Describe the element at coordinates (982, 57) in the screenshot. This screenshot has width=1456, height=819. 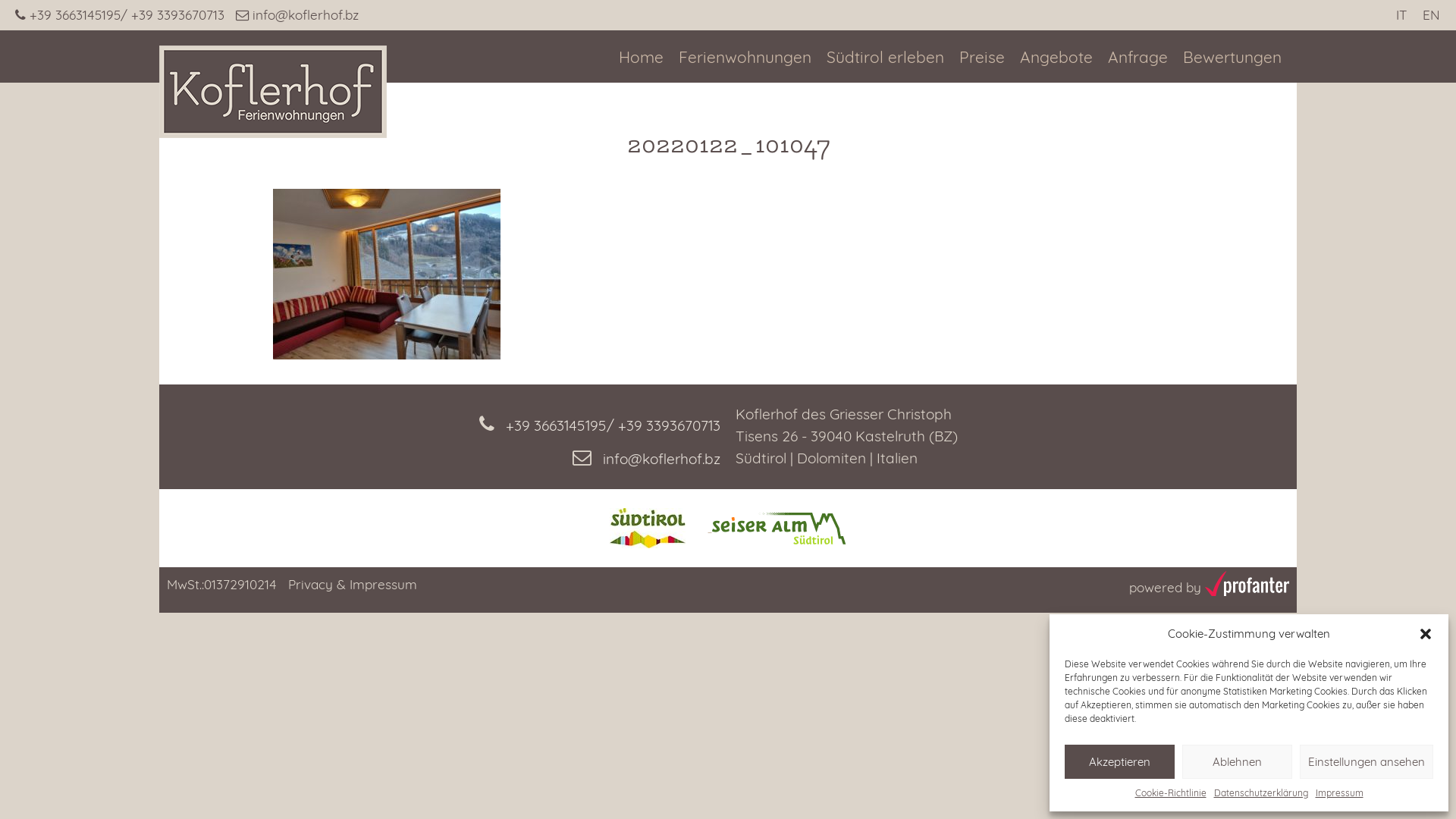
I see `'Preise'` at that location.